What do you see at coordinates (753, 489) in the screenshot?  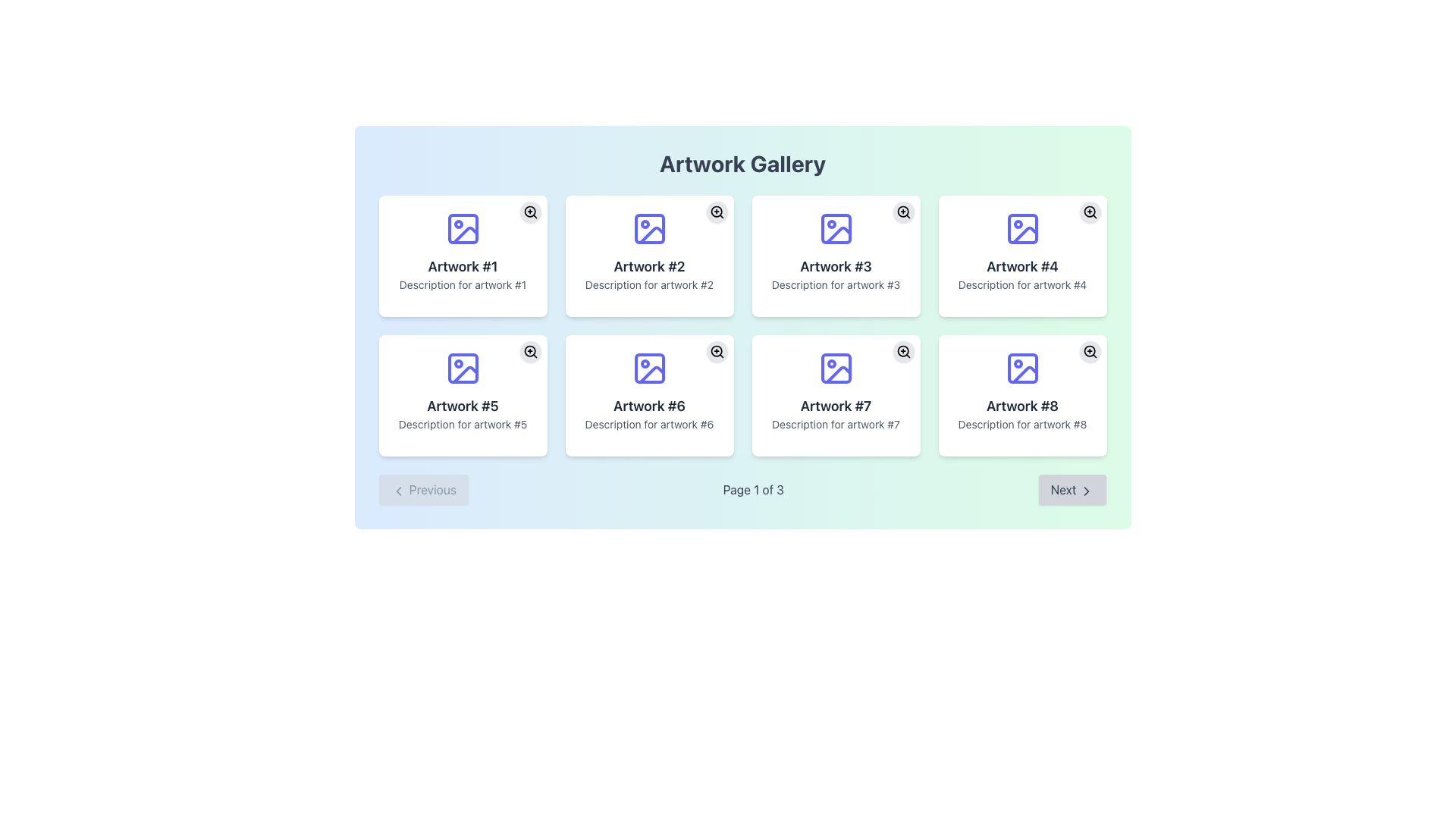 I see `the Text label that displays the current page and total number of pages in the pagination system, located between the 'Previous' and 'Next' buttons at the bottom center of the layout` at bounding box center [753, 489].